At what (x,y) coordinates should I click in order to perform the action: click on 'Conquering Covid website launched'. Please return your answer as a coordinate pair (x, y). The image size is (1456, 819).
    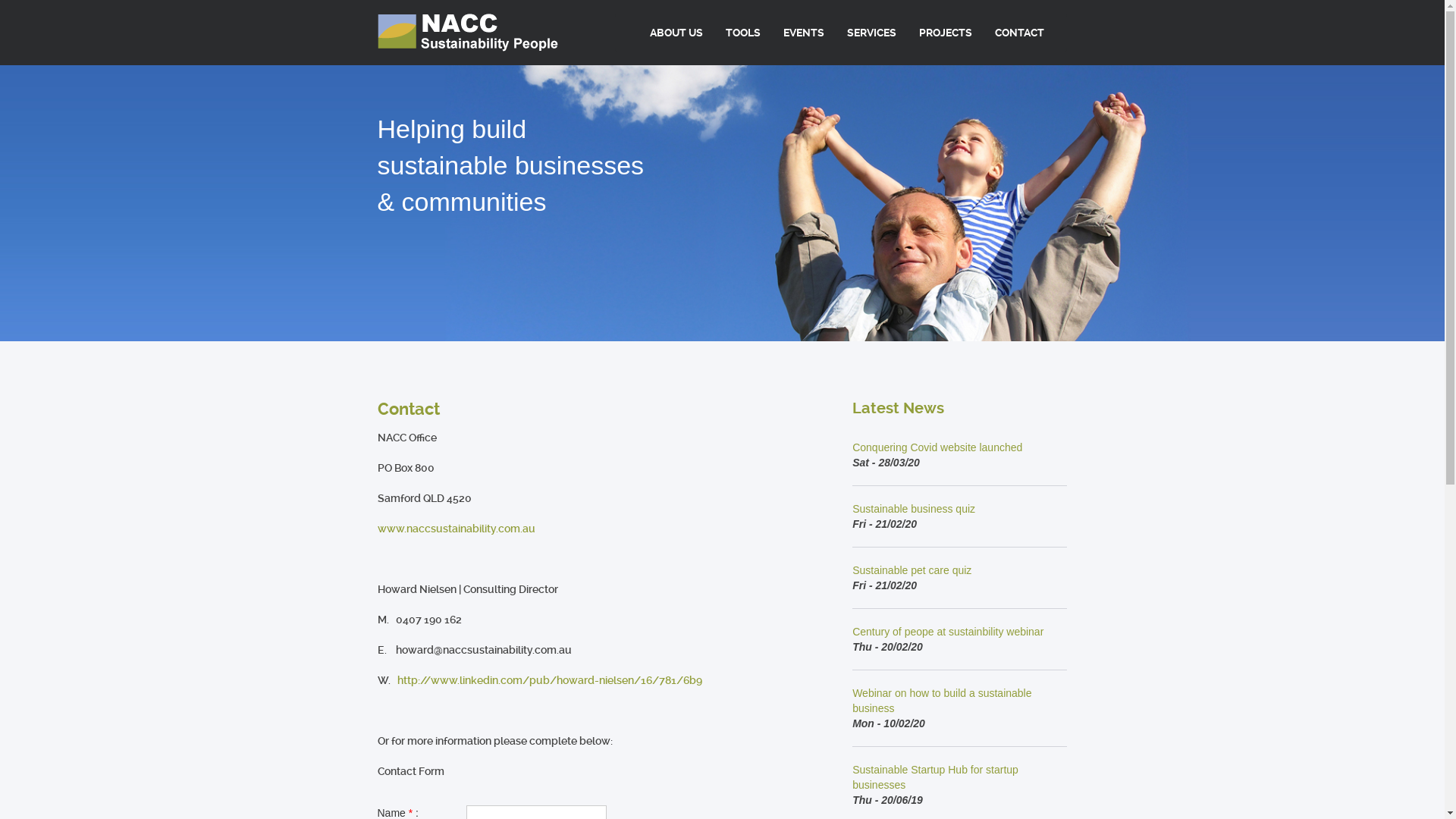
    Looking at the image, I should click on (937, 447).